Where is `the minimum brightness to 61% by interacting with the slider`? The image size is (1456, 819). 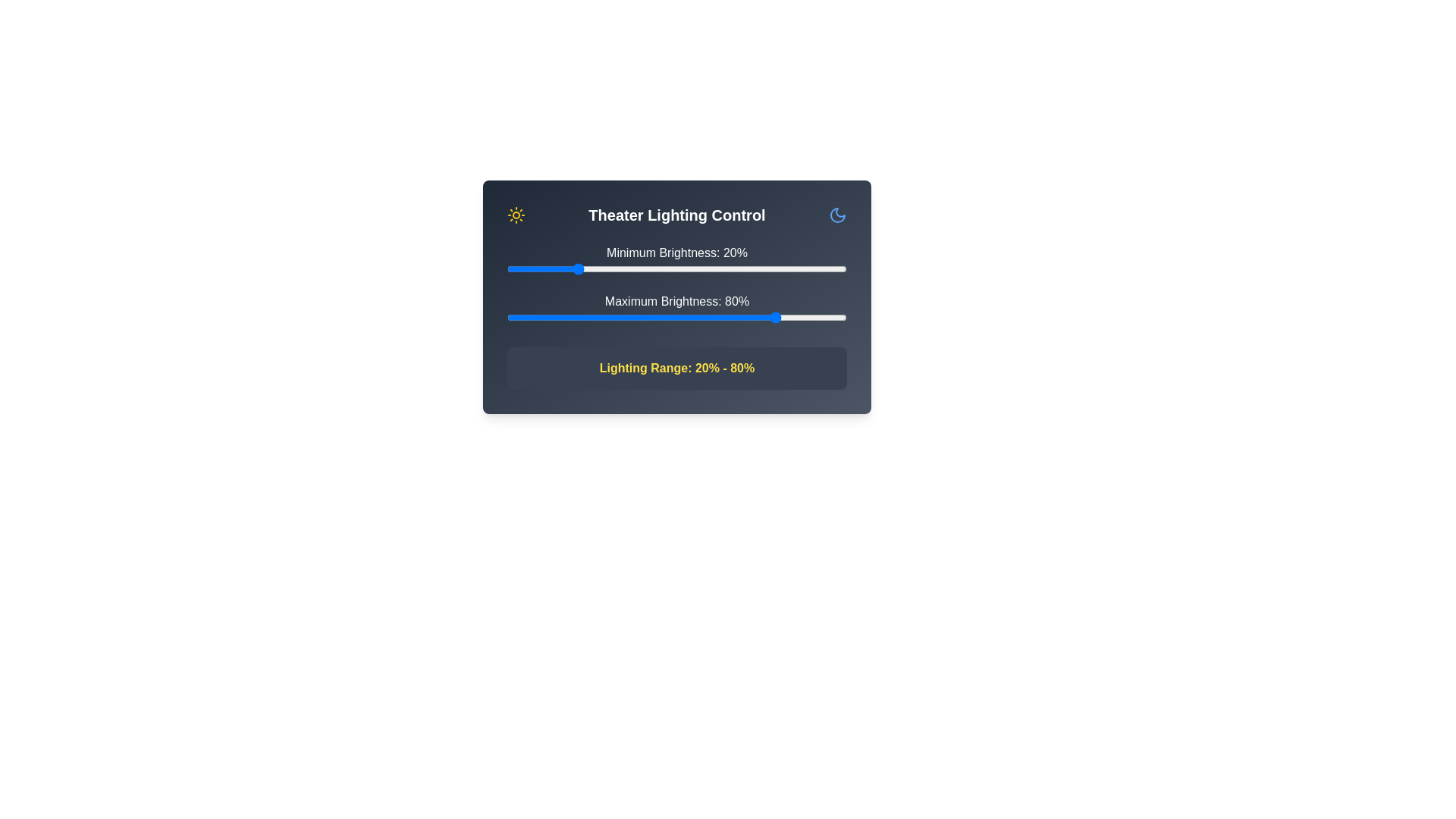 the minimum brightness to 61% by interacting with the slider is located at coordinates (714, 268).